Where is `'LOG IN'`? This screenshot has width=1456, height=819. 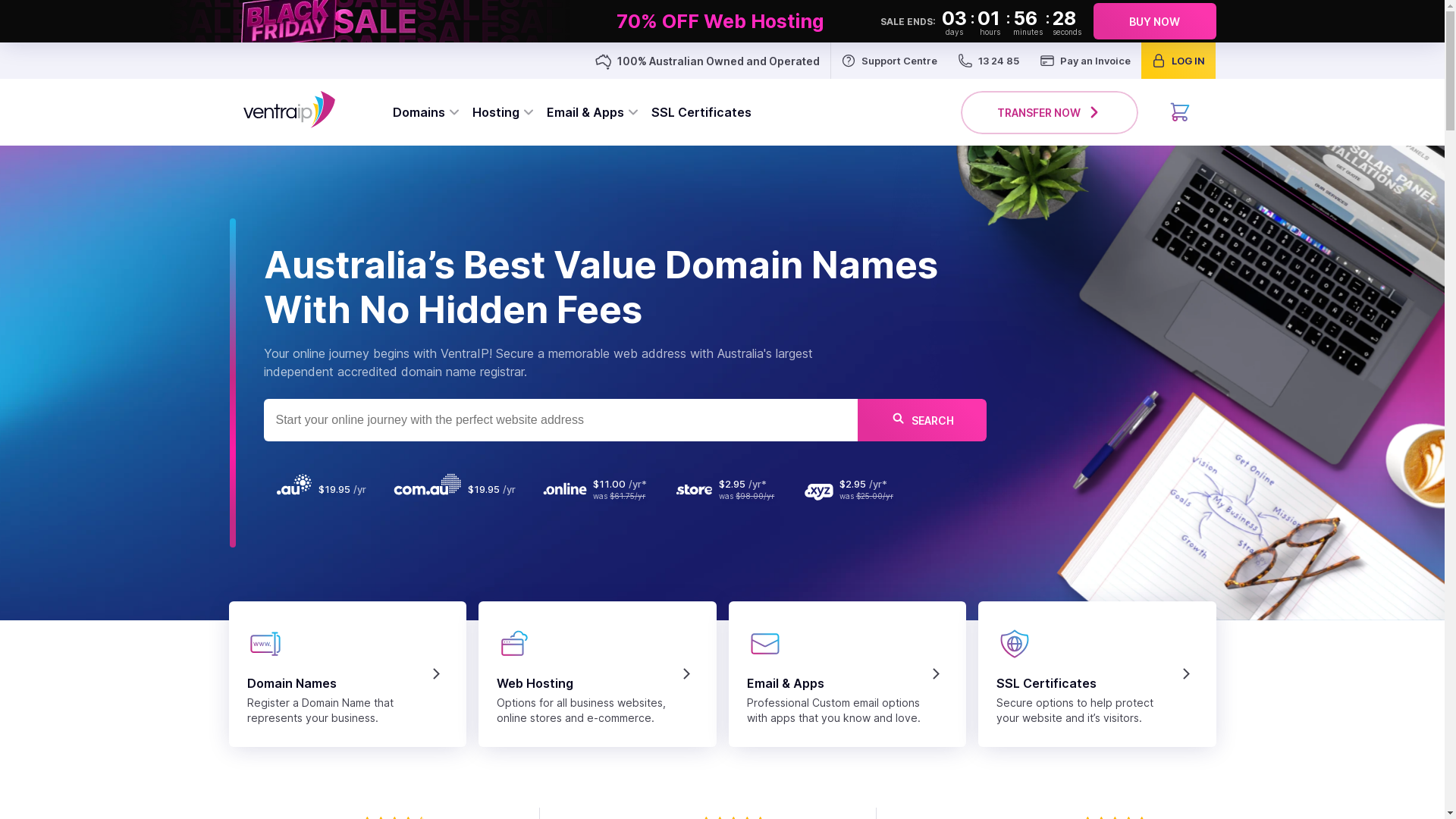 'LOG IN' is located at coordinates (1177, 60).